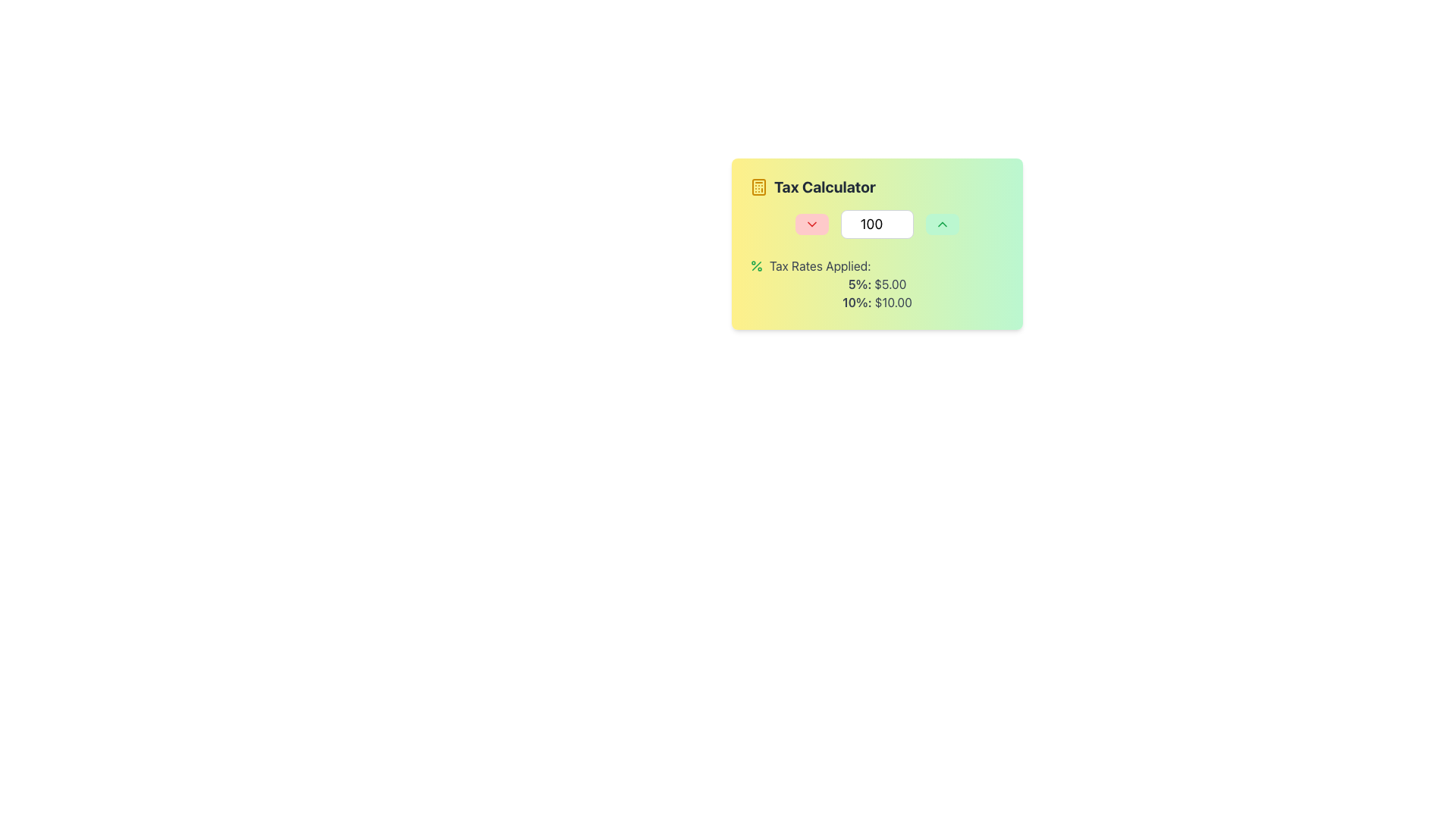  I want to click on the text label displaying the 10% tax rate and its monetary value, located below the '5%: $5.00' text in the bottom-left section of the calculator interface, so click(877, 302).